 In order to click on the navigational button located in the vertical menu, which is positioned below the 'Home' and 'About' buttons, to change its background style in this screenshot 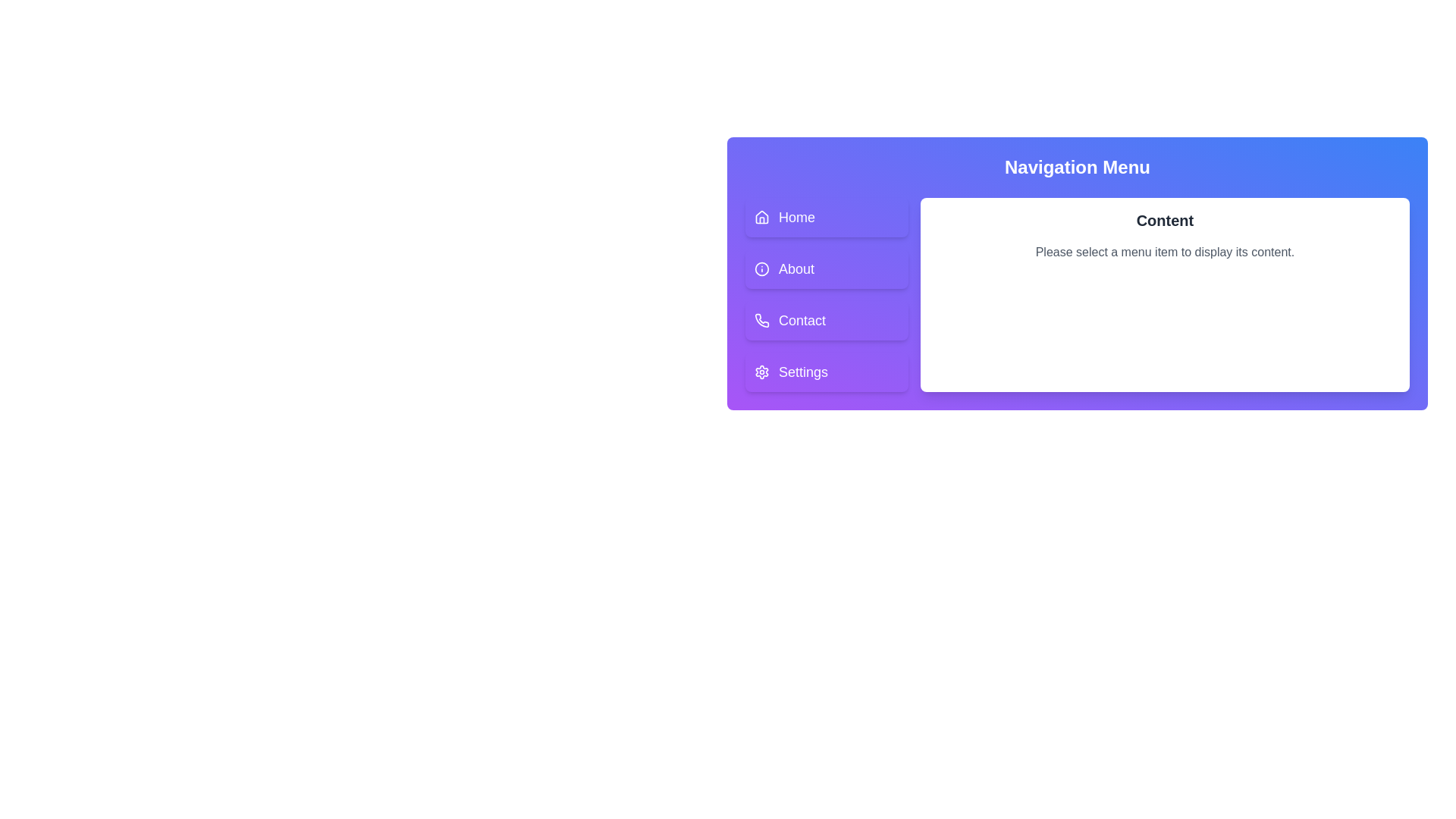, I will do `click(826, 320)`.